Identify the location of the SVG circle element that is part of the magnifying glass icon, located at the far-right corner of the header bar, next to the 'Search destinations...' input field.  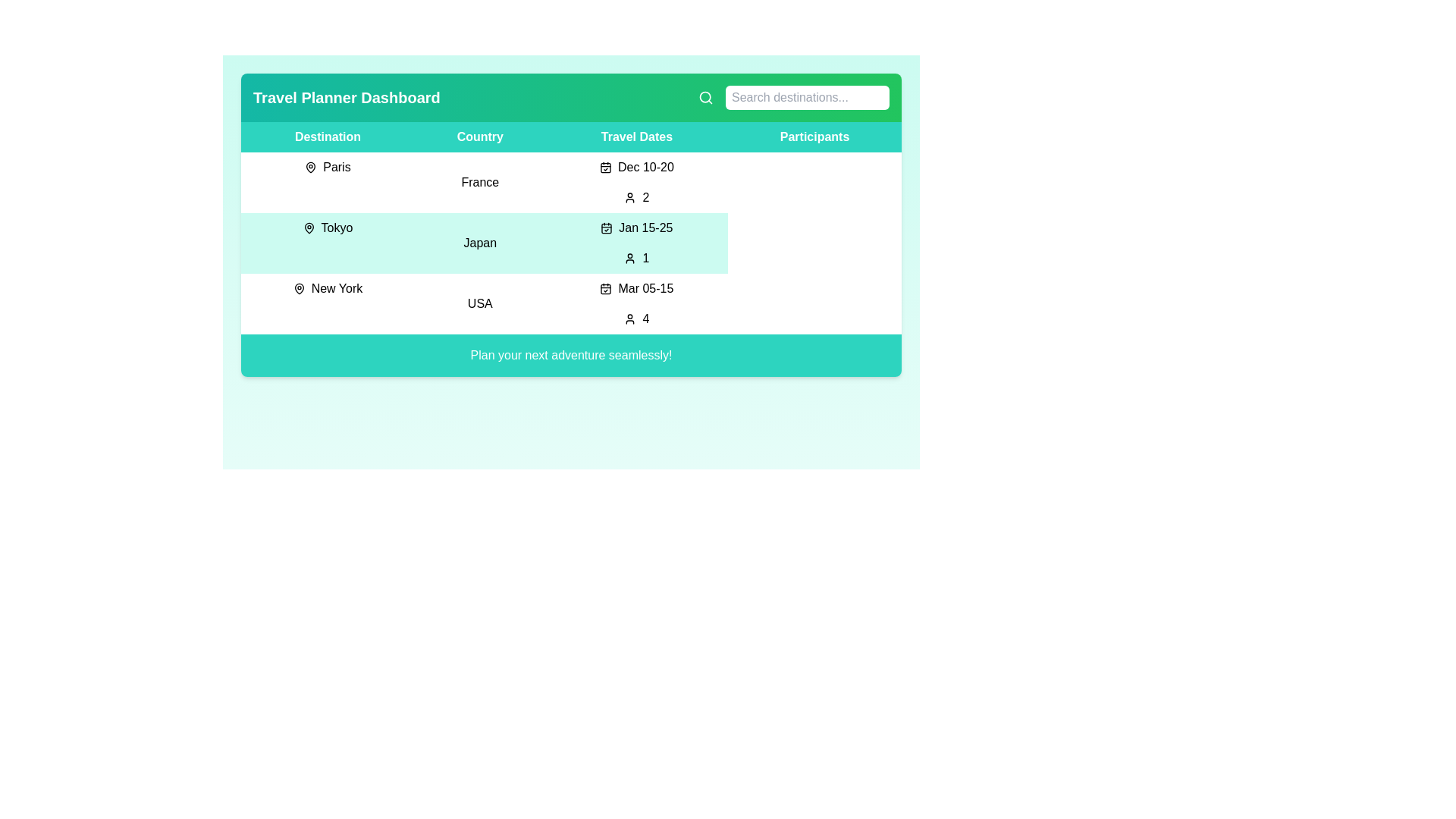
(704, 97).